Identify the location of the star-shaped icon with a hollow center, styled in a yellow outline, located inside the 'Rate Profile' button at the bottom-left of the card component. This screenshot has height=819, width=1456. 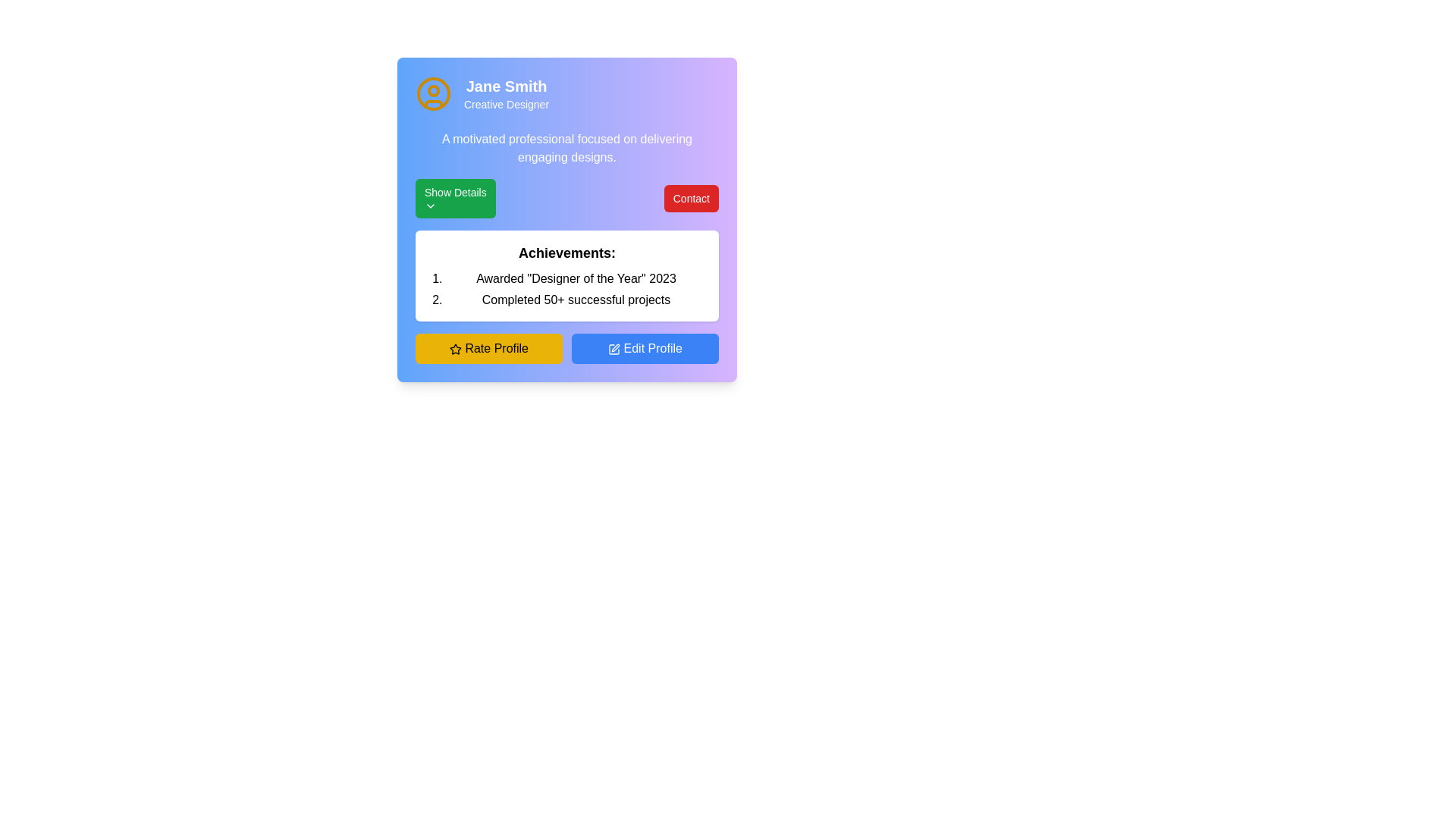
(454, 349).